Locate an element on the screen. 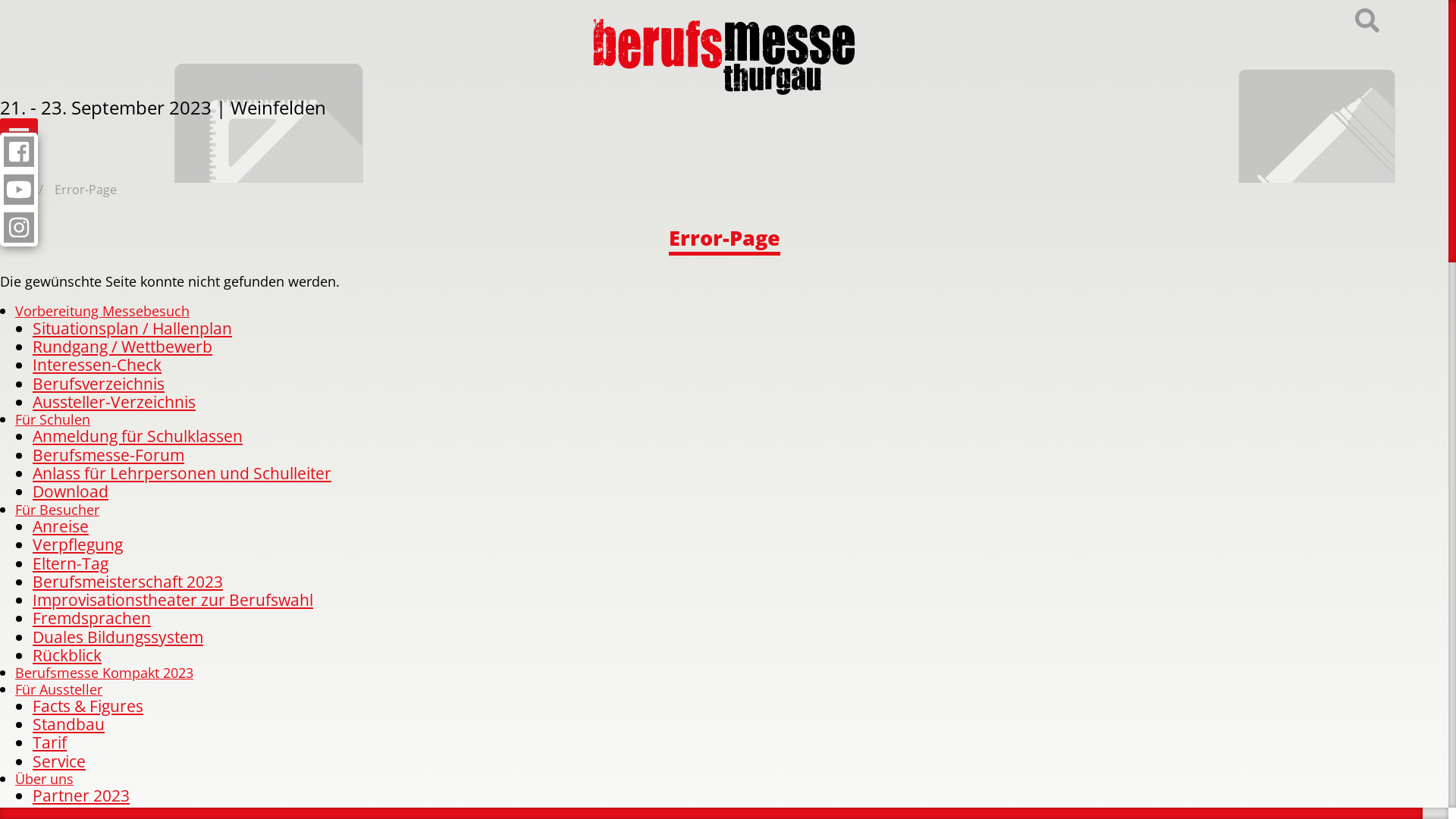 This screenshot has height=819, width=1456. 'Aussteller-Verzeichnis' is located at coordinates (33, 400).